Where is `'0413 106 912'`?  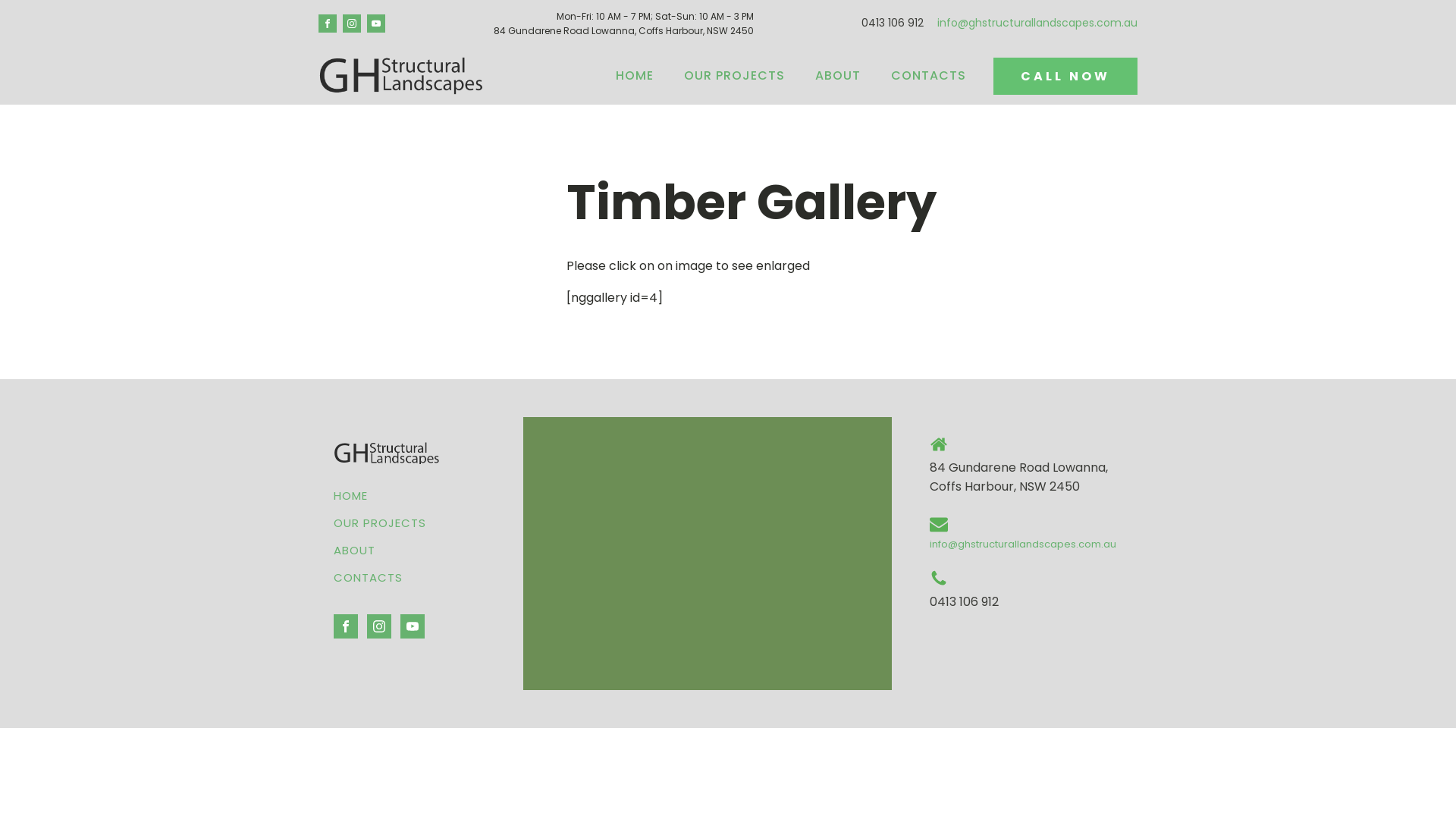 '0413 106 912' is located at coordinates (963, 601).